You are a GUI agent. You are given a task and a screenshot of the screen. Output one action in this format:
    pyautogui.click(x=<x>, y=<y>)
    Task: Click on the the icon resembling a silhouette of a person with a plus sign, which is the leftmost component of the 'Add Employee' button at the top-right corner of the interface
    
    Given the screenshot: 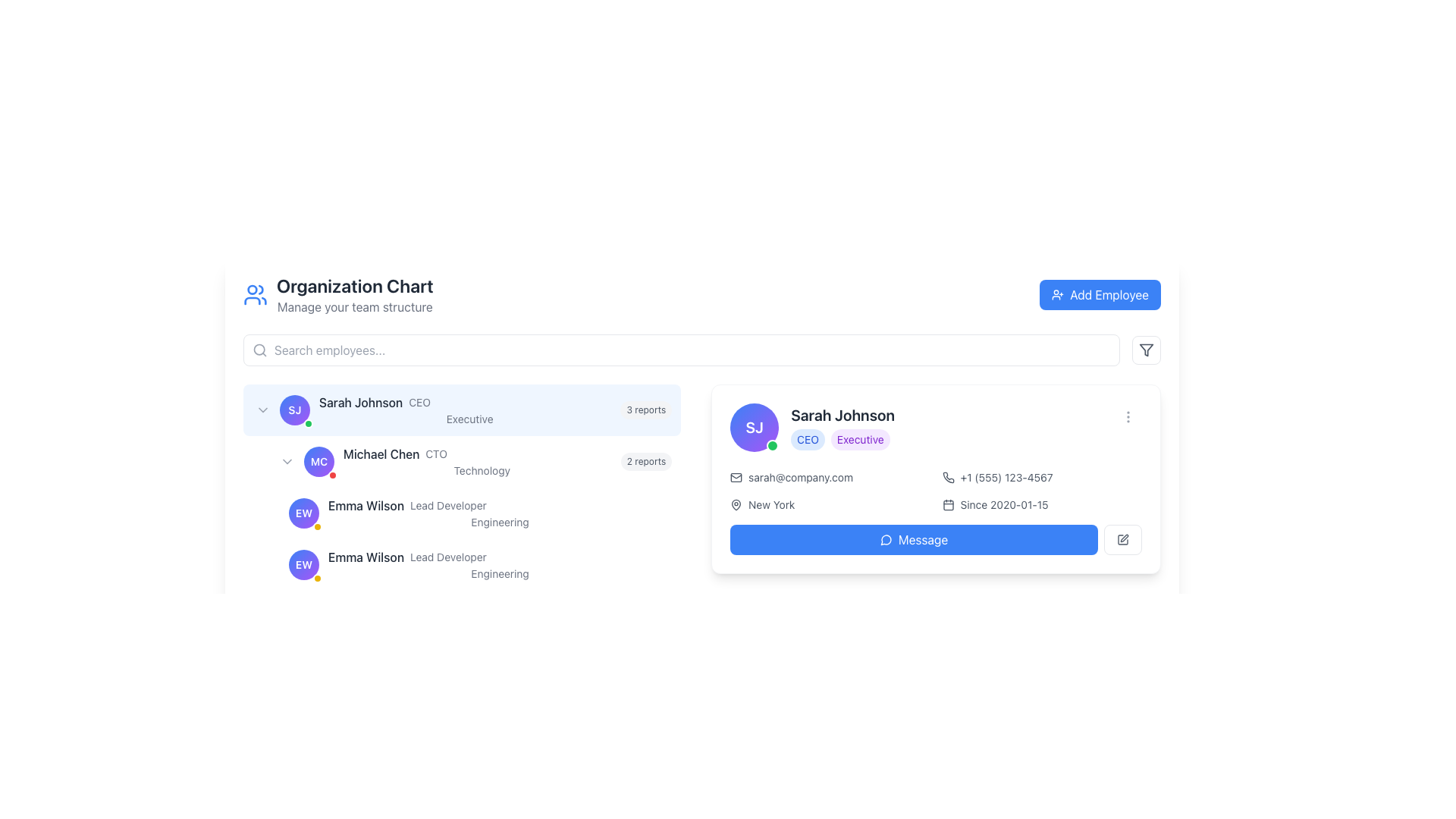 What is the action you would take?
    pyautogui.click(x=1057, y=295)
    